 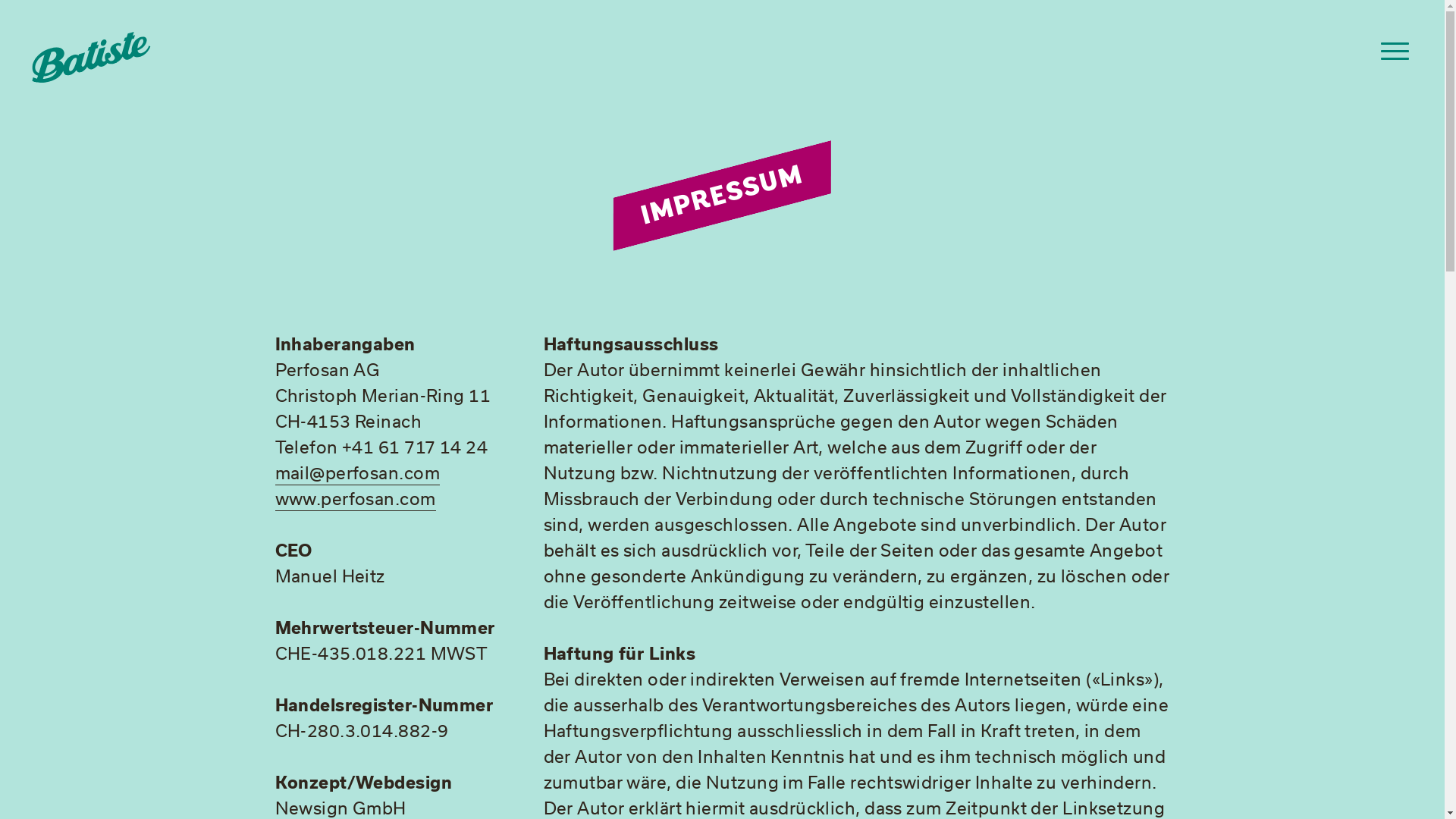 What do you see at coordinates (353, 498) in the screenshot?
I see `'www.perfosan.com'` at bounding box center [353, 498].